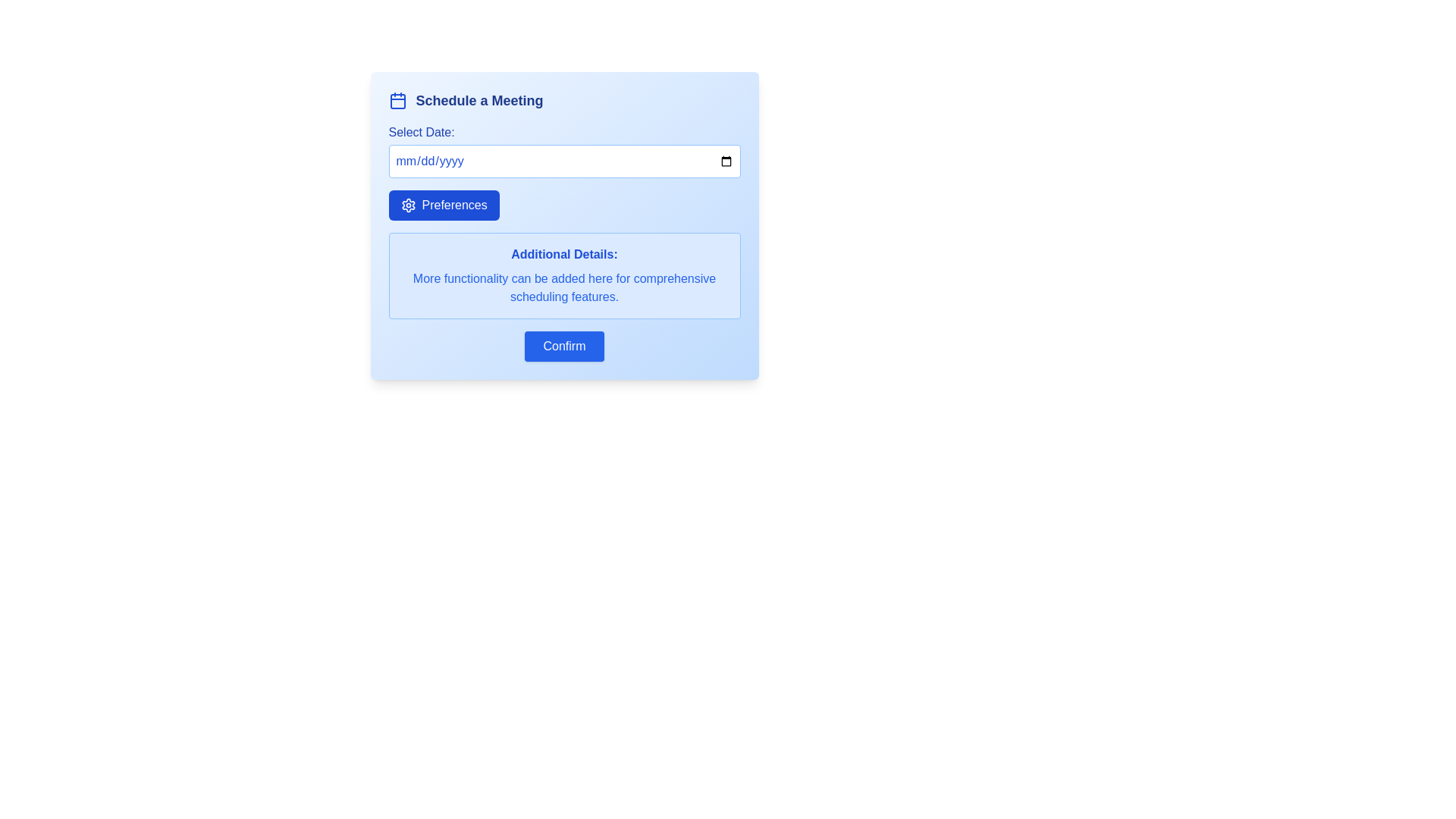  What do you see at coordinates (397, 100) in the screenshot?
I see `the blue calendar icon located at the top-left corner of the 'Schedule a Meeting' card, which features a square outline with rounded corners and two vertical bars resembling hooks` at bounding box center [397, 100].